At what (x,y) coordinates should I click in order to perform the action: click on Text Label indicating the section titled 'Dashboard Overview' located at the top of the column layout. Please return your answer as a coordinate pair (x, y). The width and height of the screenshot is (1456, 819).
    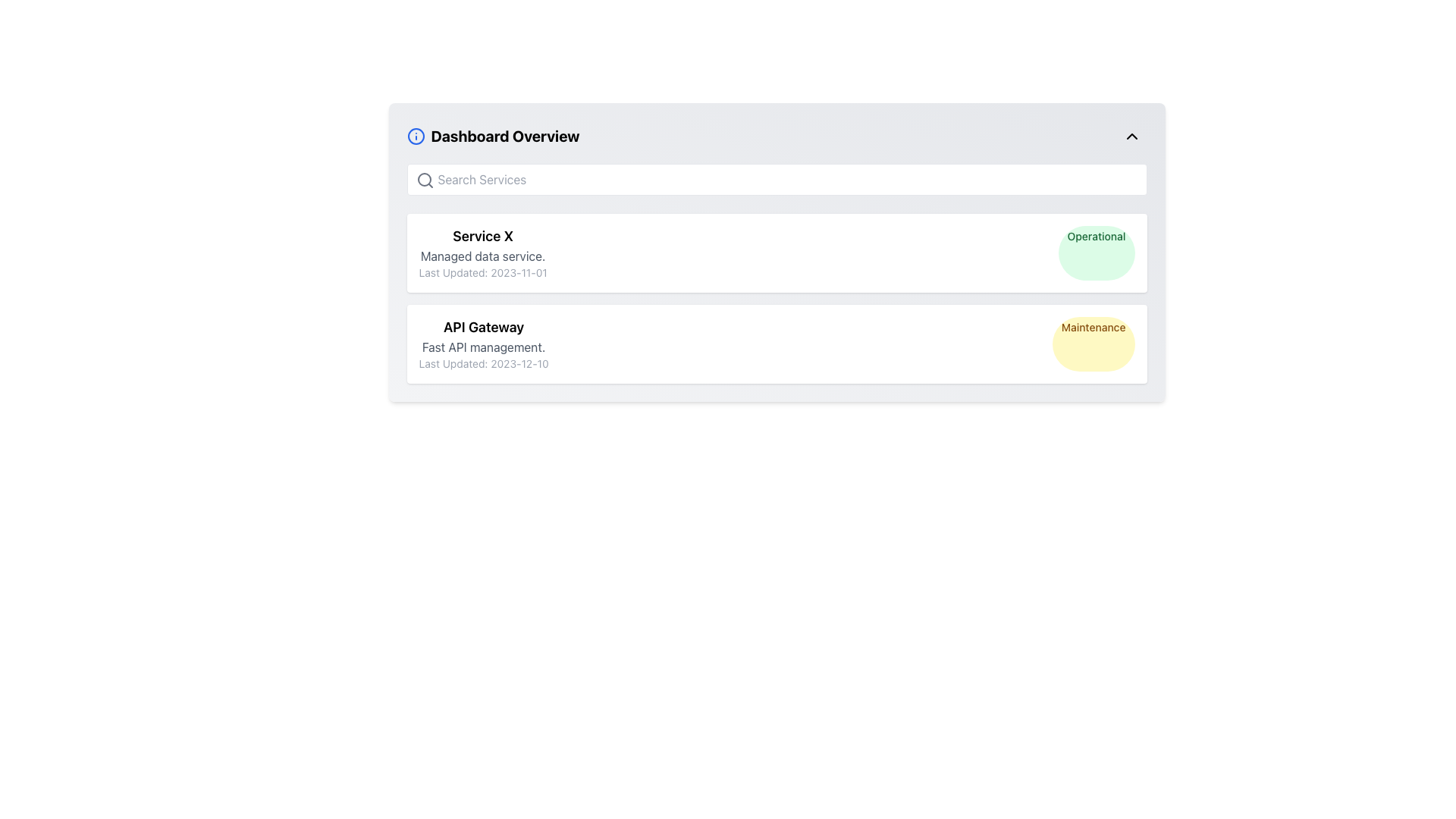
    Looking at the image, I should click on (505, 136).